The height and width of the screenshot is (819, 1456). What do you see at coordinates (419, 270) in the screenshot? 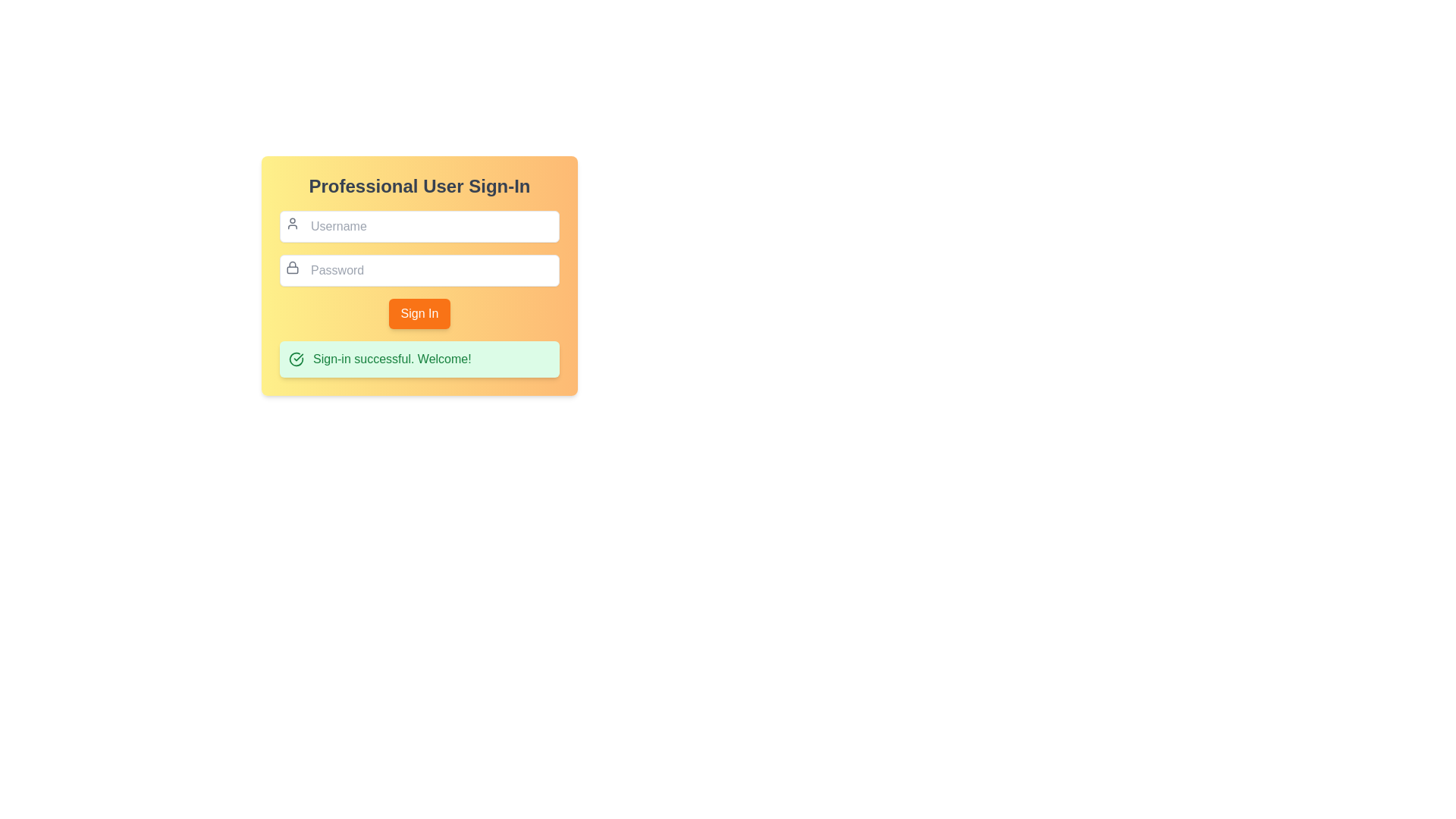
I see `the Password Input Field located in the 'Professional User Sign-In' form` at bounding box center [419, 270].